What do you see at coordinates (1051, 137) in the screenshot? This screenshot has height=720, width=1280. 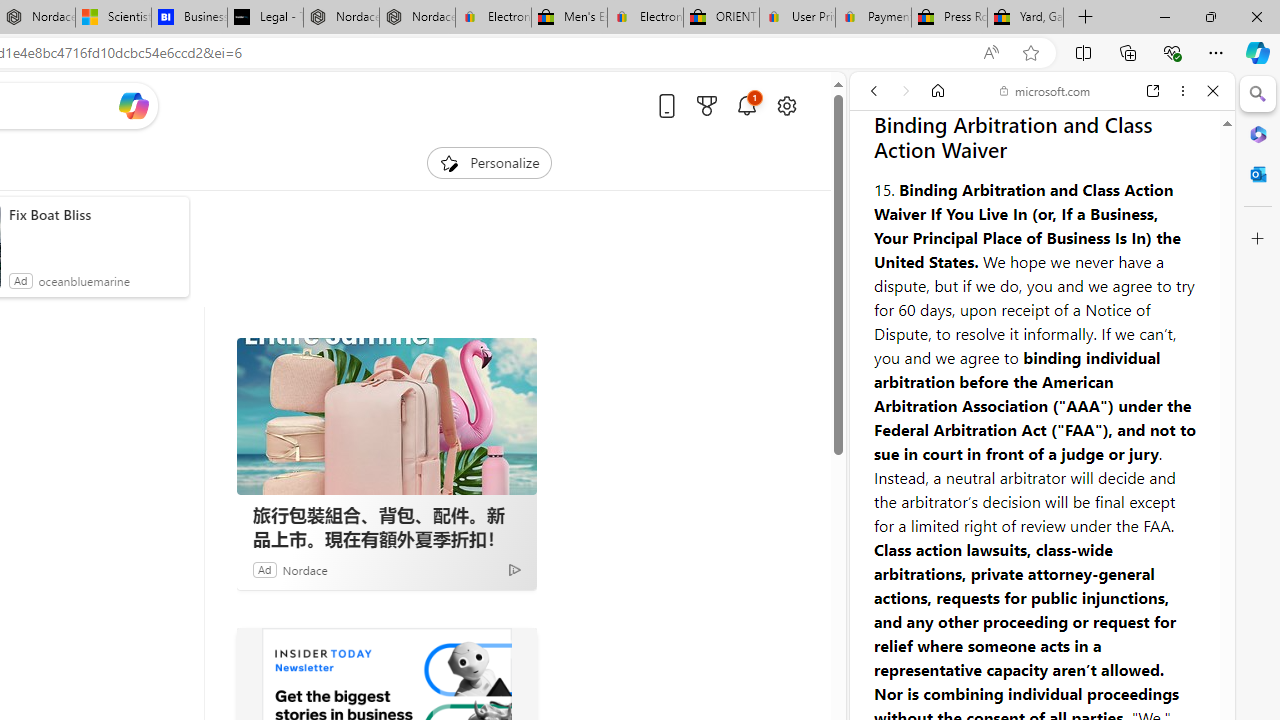 I see `'Search the web'` at bounding box center [1051, 137].